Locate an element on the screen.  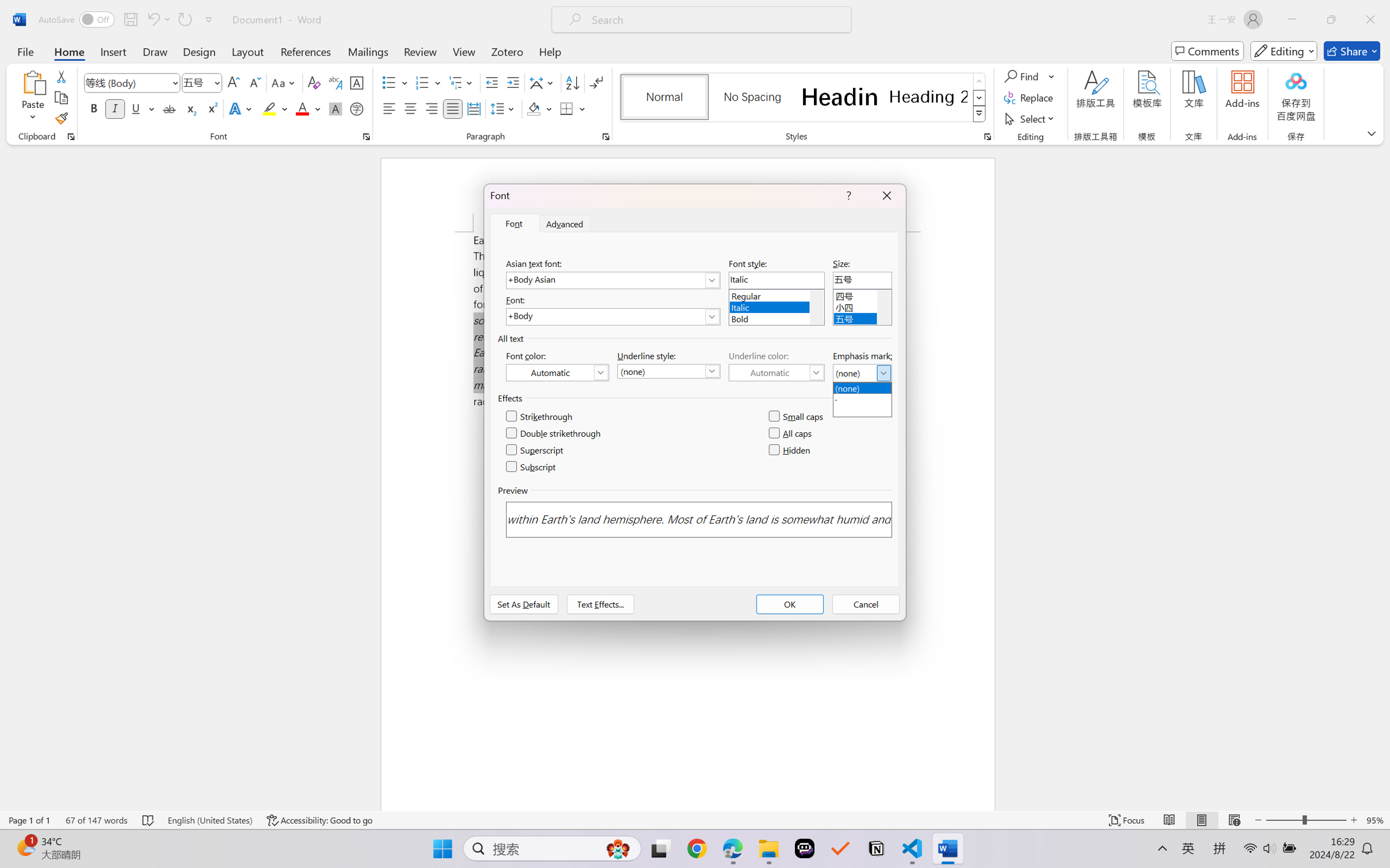
'Font style:' is located at coordinates (775, 280).